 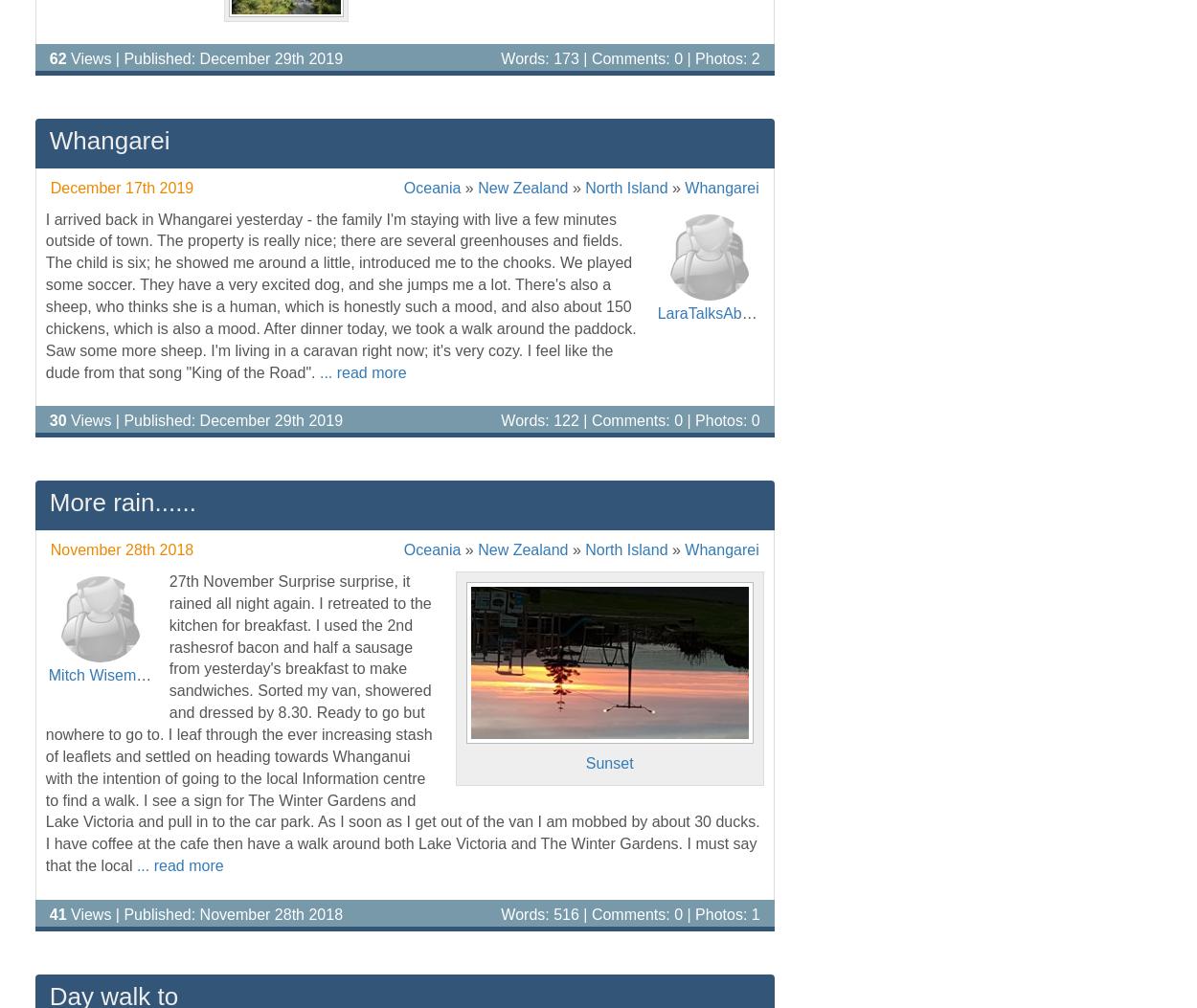 I want to click on 'More rain......', so click(x=122, y=503).